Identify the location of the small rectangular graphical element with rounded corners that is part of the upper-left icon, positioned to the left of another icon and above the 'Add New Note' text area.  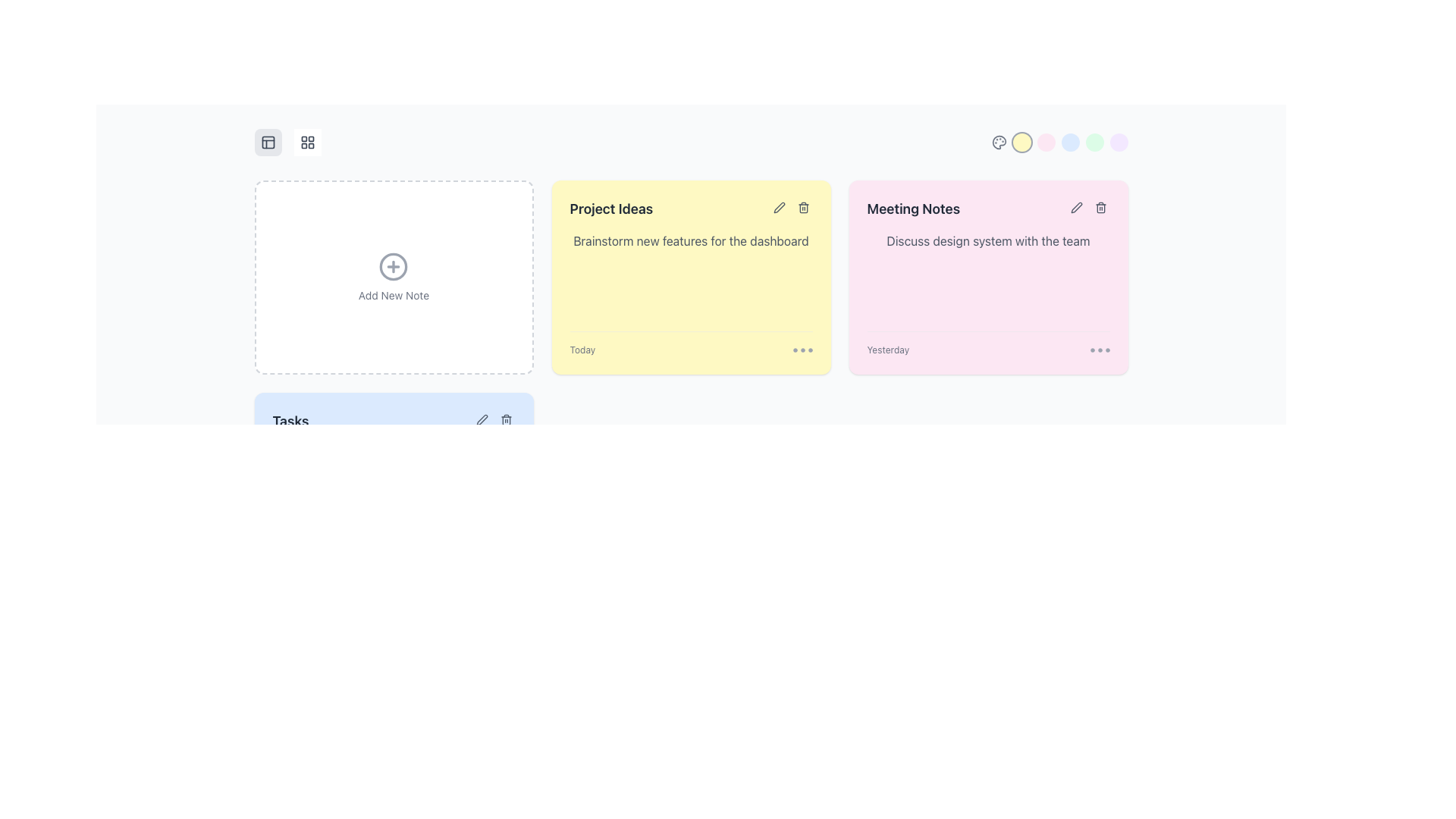
(268, 143).